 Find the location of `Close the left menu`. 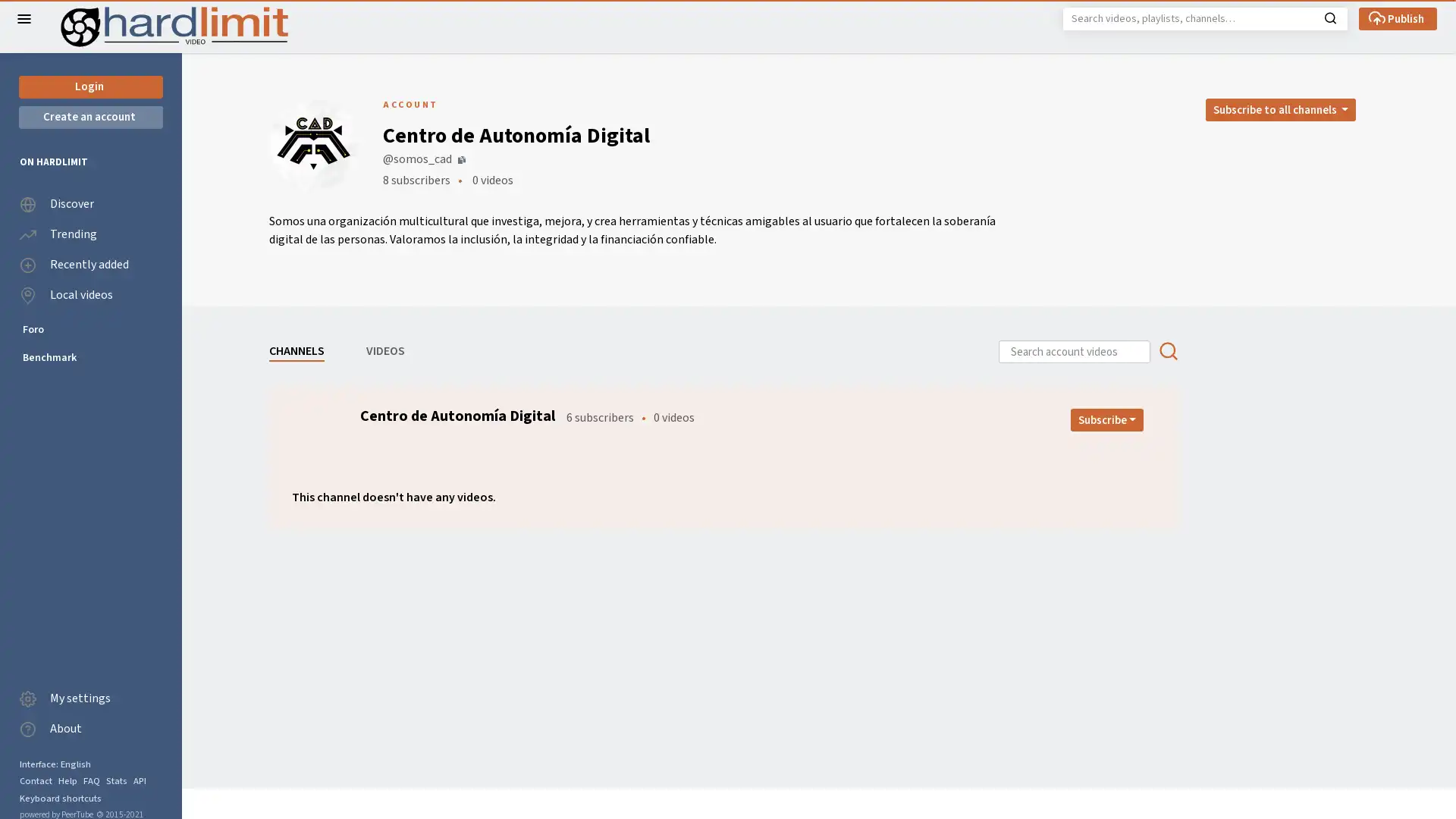

Close the left menu is located at coordinates (24, 18).